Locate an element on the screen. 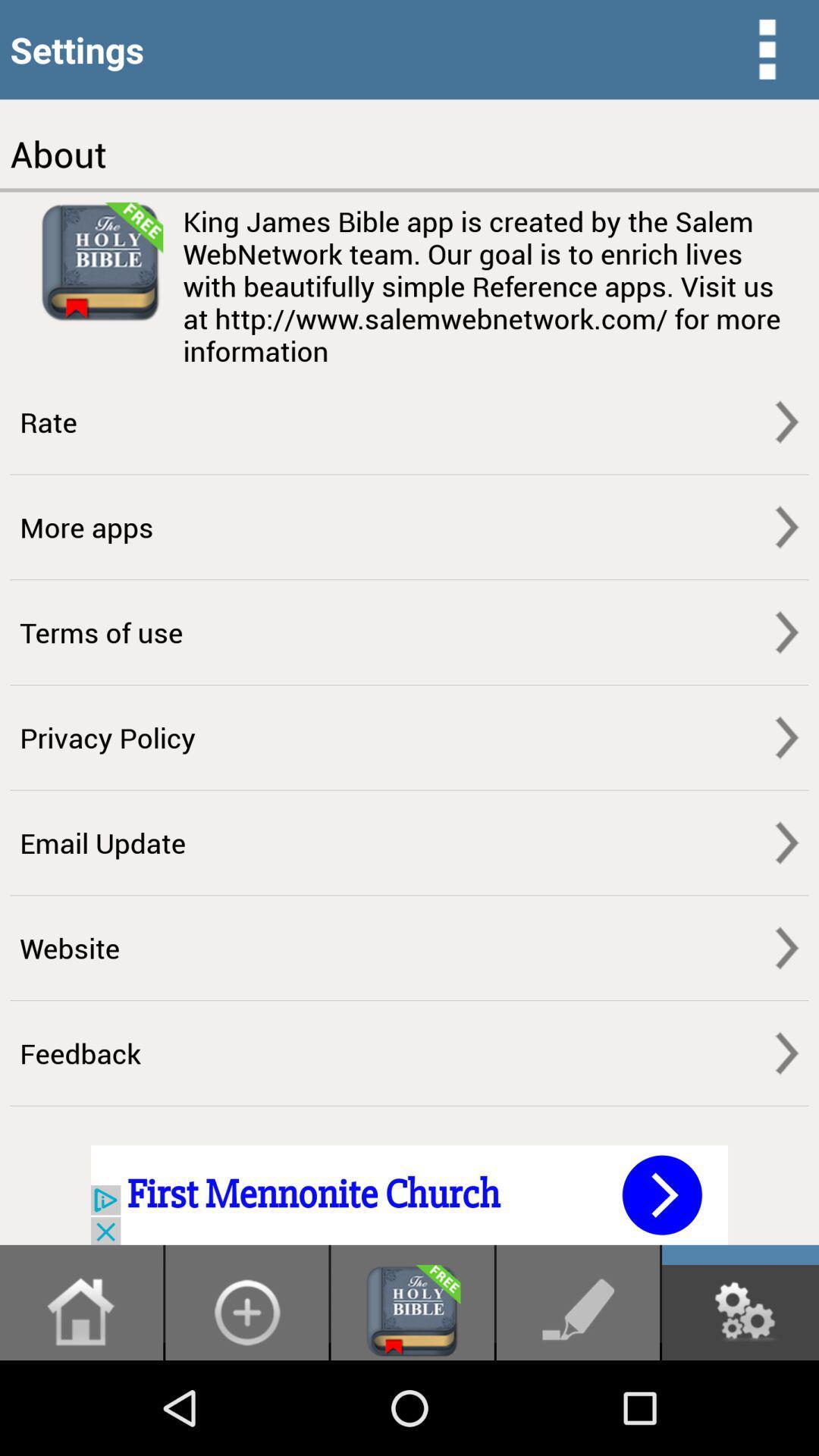 This screenshot has width=819, height=1456. the more icon is located at coordinates (767, 52).